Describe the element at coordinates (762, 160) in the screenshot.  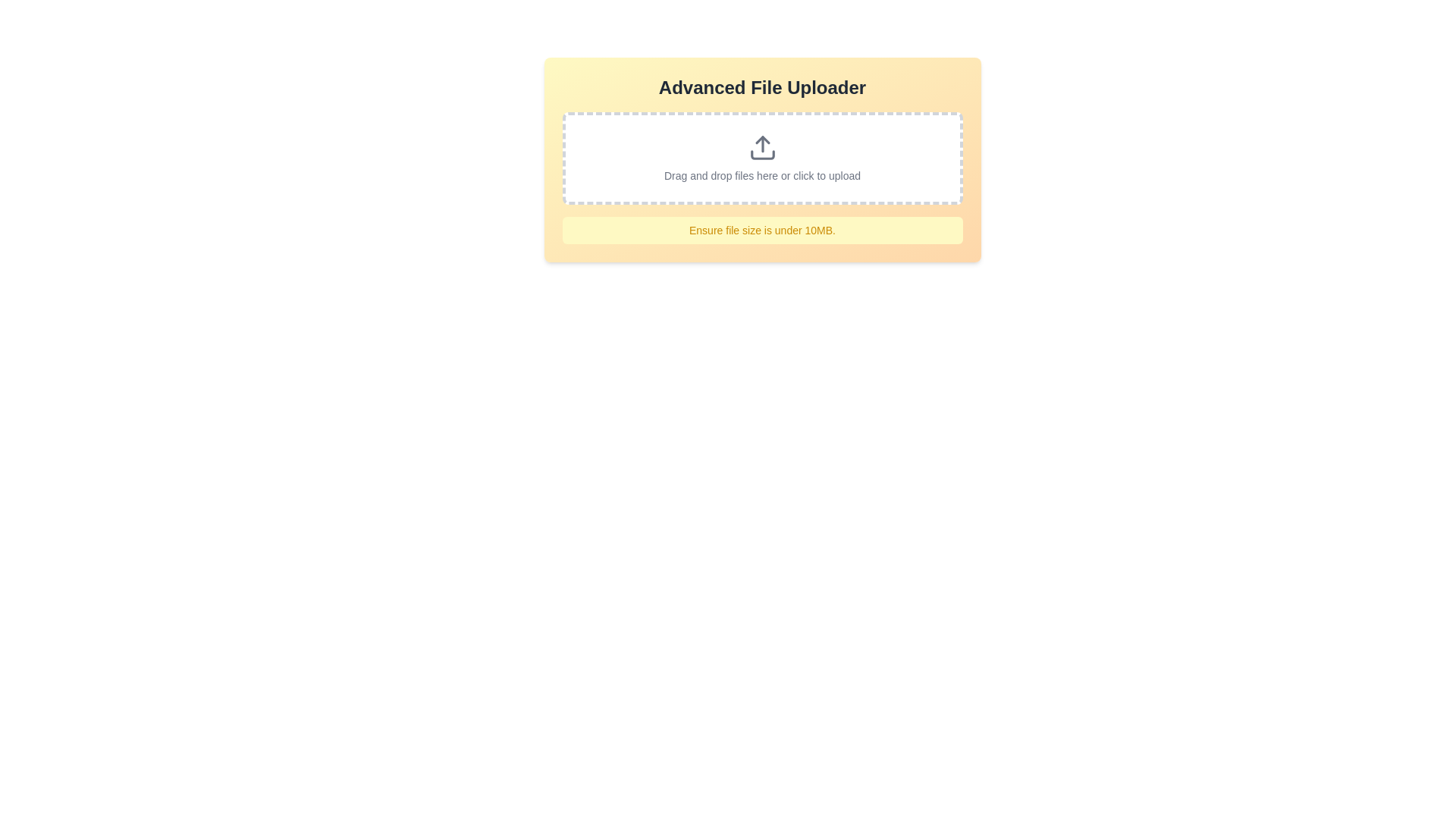
I see `files into the drop area of the 'Advanced File Uploader' interface` at that location.